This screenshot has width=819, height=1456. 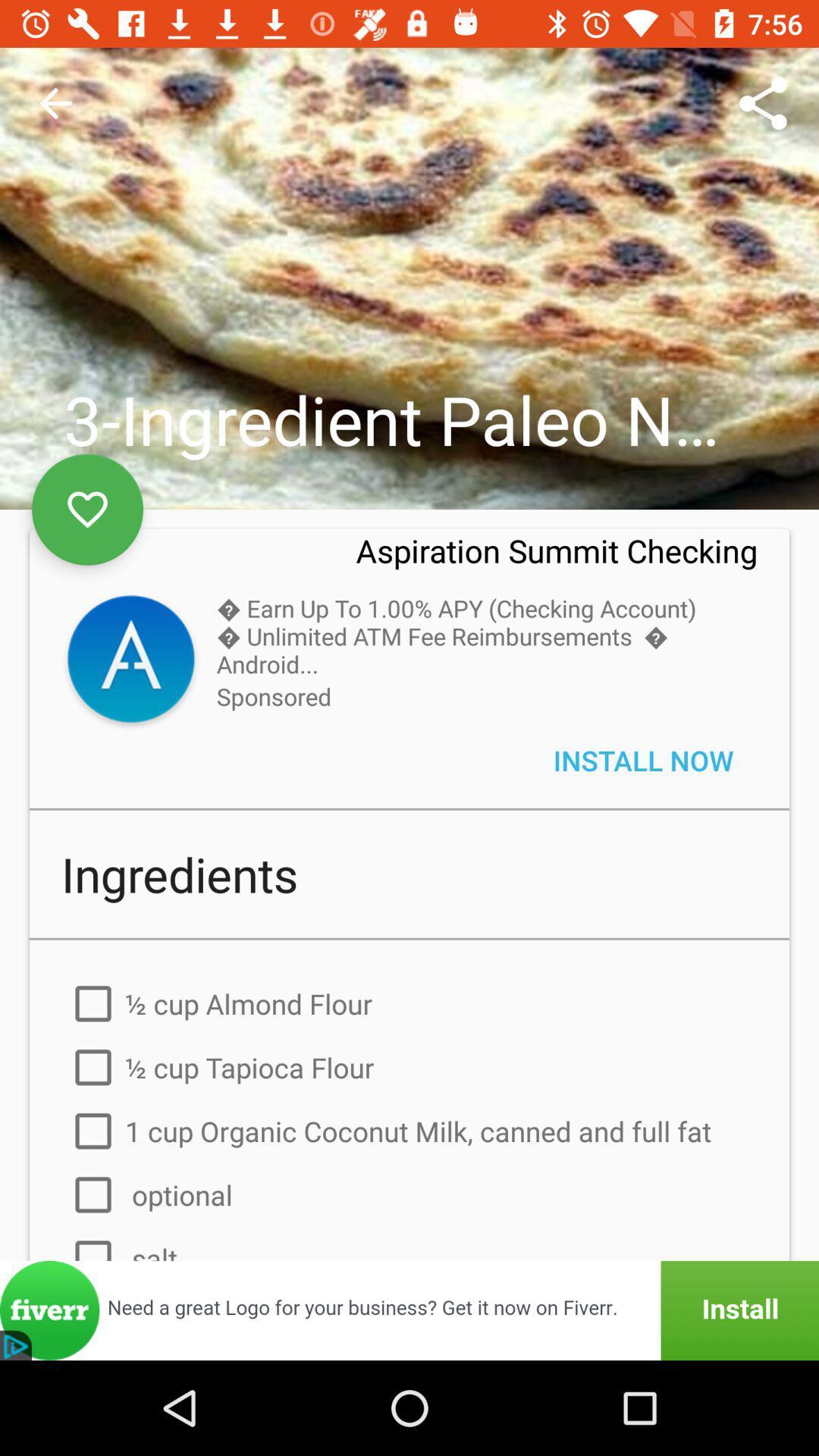 What do you see at coordinates (409, 1066) in the screenshot?
I see `the 12 cup tapioca flour option` at bounding box center [409, 1066].